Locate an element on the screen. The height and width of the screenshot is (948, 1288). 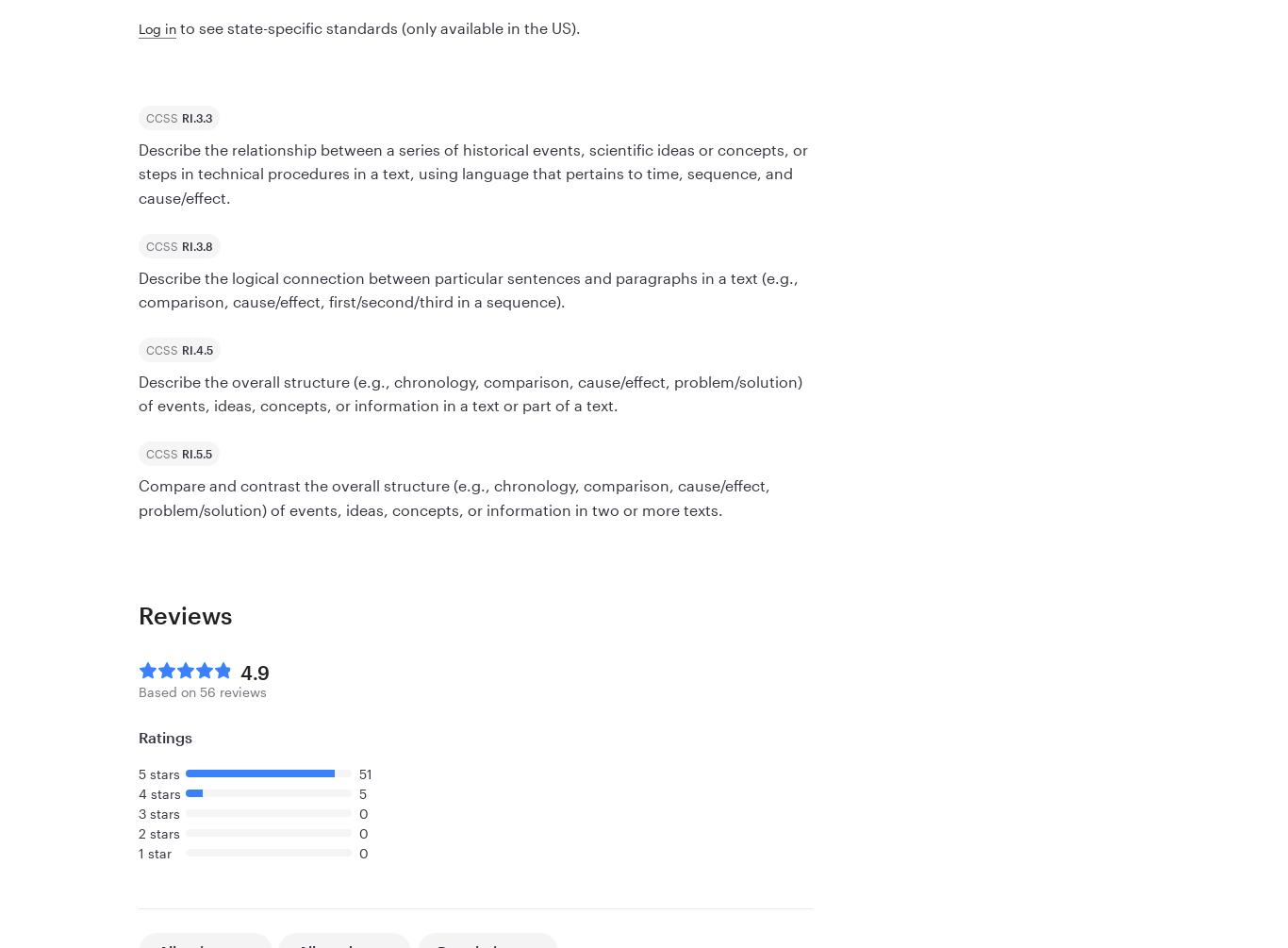
'Describe the relationship between a series of historical events, scientific ideas or concepts, or steps in technical procedures in a text, using language that pertains to time, sequence, and cause/effect.' is located at coordinates (473, 172).